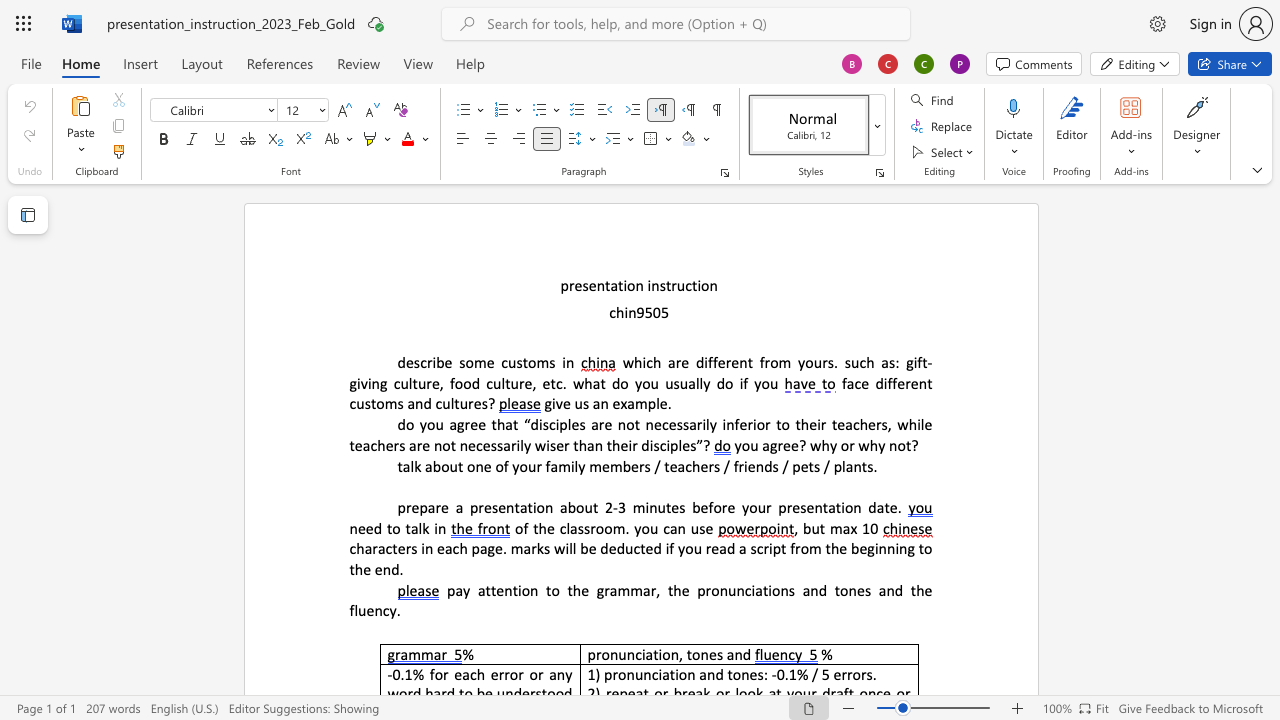 The width and height of the screenshot is (1280, 720). What do you see at coordinates (581, 403) in the screenshot?
I see `the space between the continuous character "u" and "s" in the text` at bounding box center [581, 403].